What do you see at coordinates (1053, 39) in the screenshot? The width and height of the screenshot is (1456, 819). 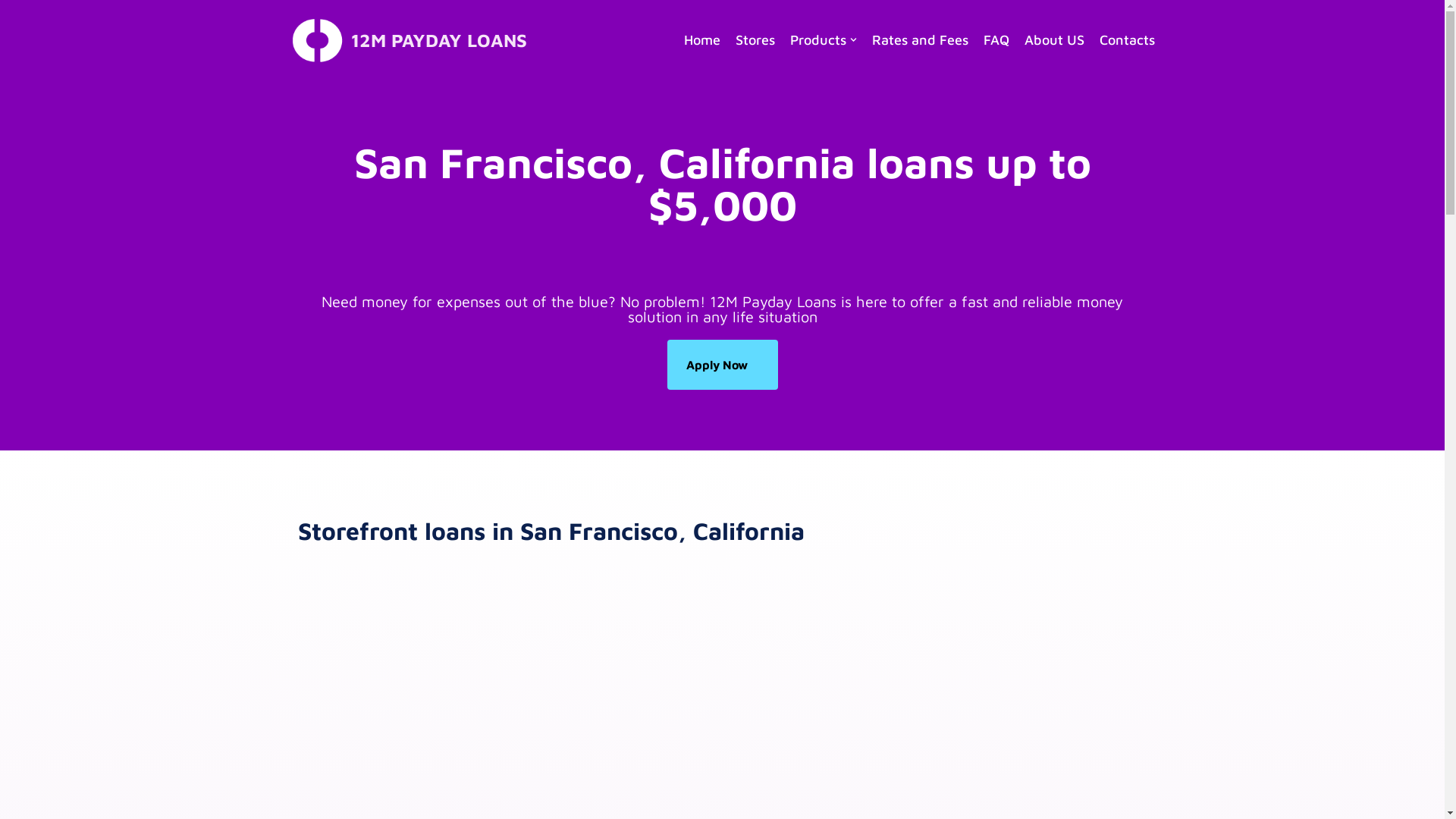 I see `'About US'` at bounding box center [1053, 39].